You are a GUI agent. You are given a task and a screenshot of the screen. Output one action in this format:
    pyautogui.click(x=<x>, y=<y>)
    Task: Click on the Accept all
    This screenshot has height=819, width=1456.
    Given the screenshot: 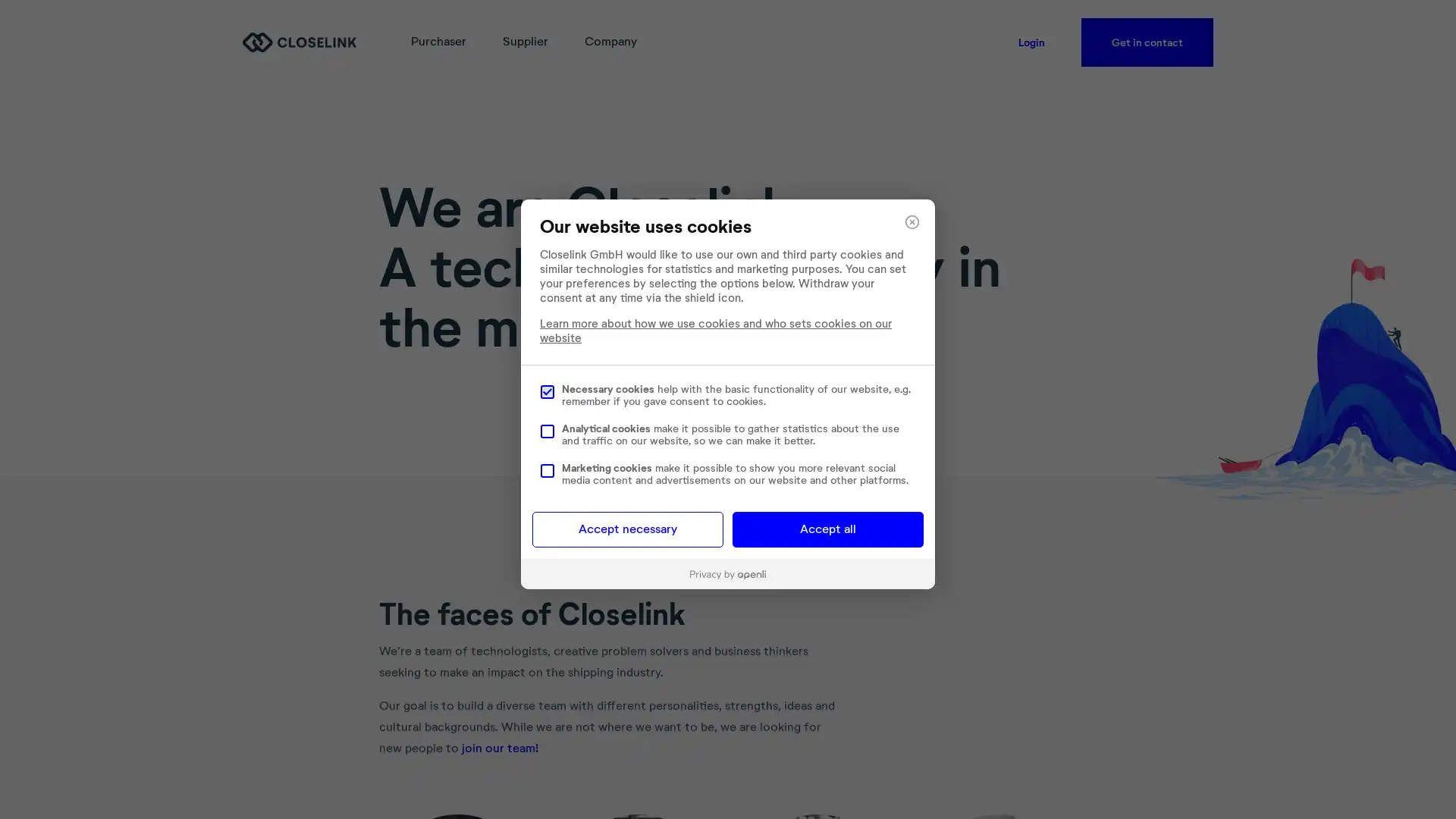 What is the action you would take?
    pyautogui.click(x=827, y=529)
    